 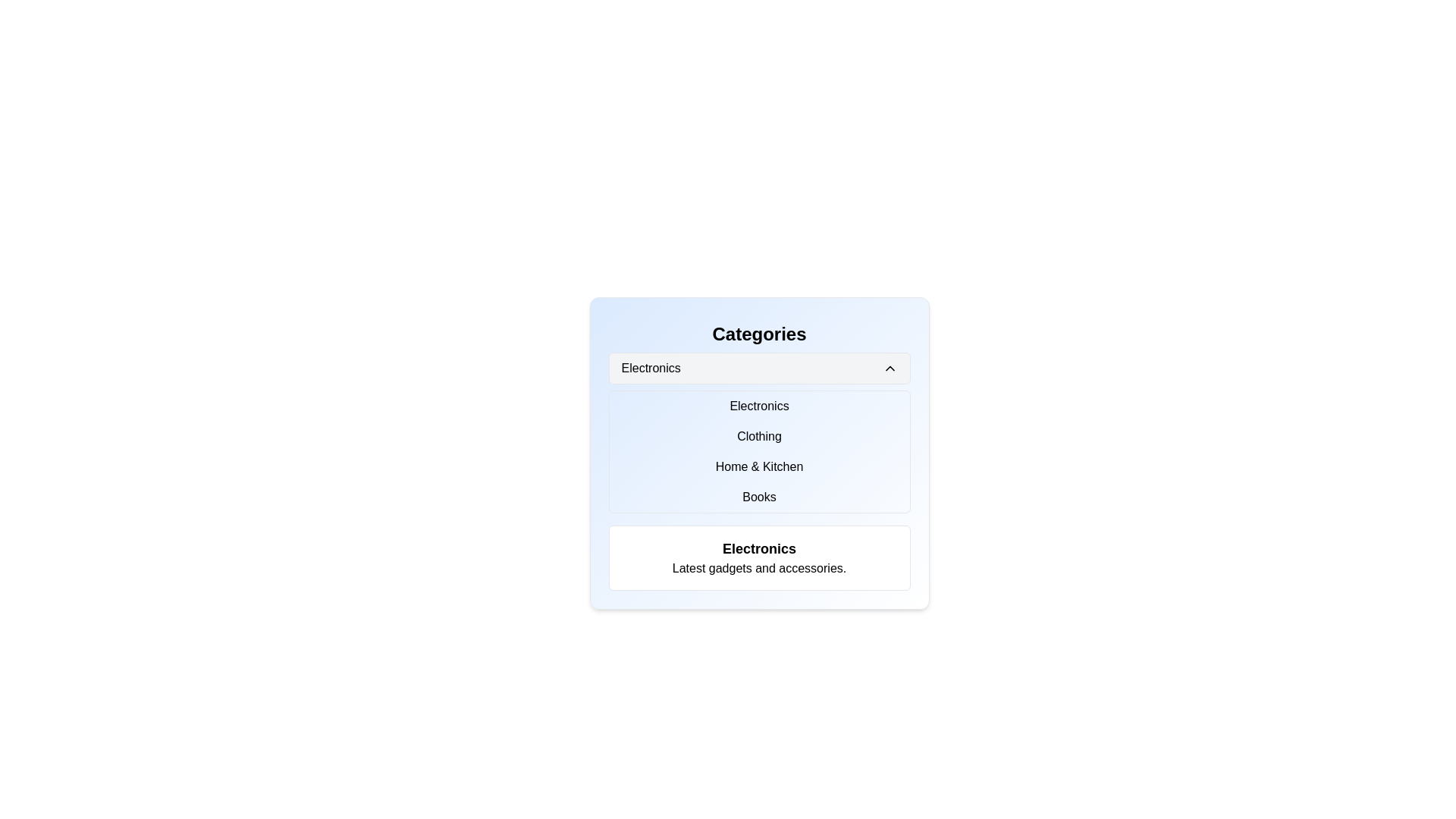 What do you see at coordinates (759, 406) in the screenshot?
I see `the 'Electronics' text label in the dropdown menu` at bounding box center [759, 406].